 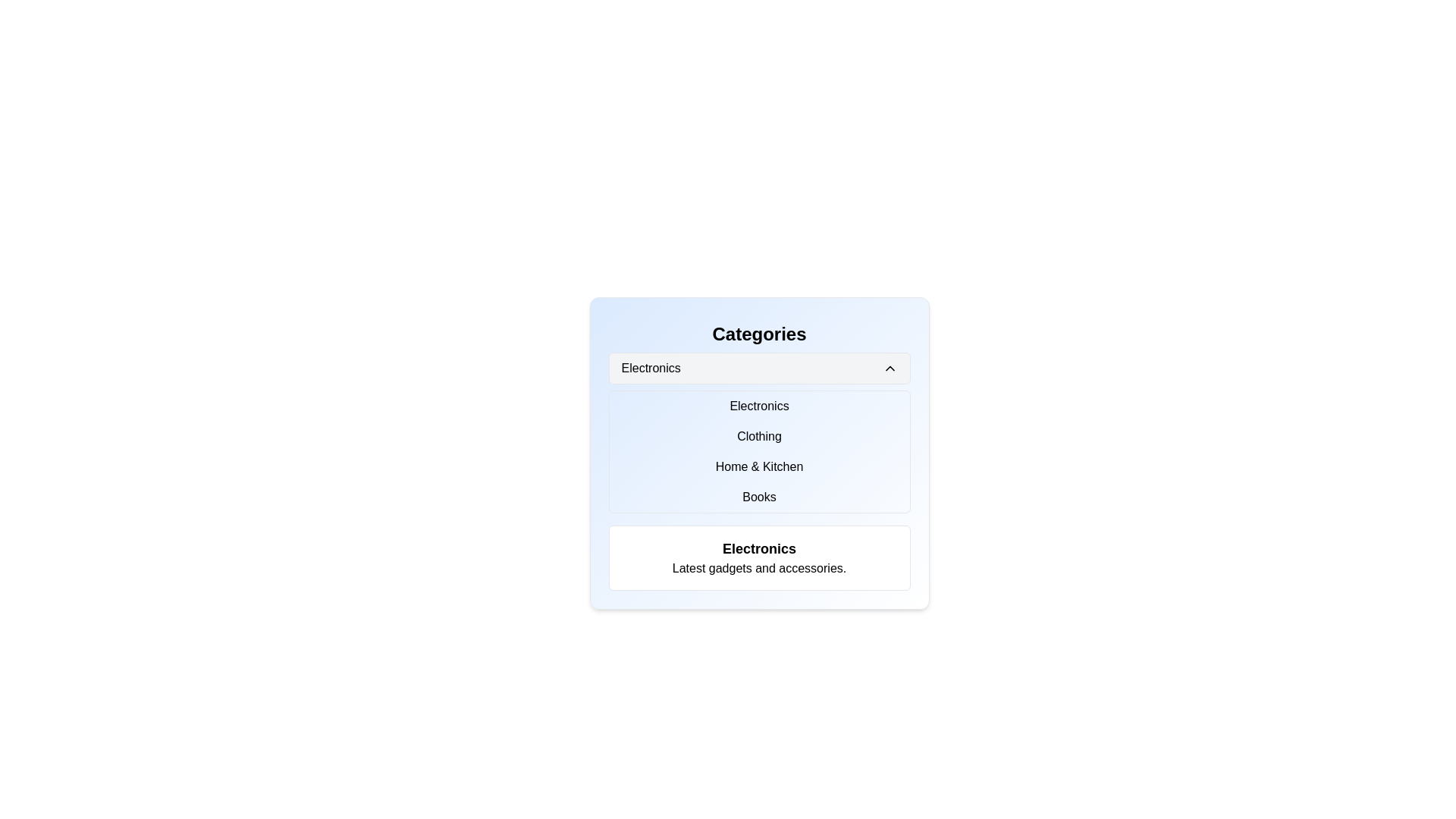 What do you see at coordinates (759, 406) in the screenshot?
I see `the 'Electronics' text label in the dropdown menu` at bounding box center [759, 406].